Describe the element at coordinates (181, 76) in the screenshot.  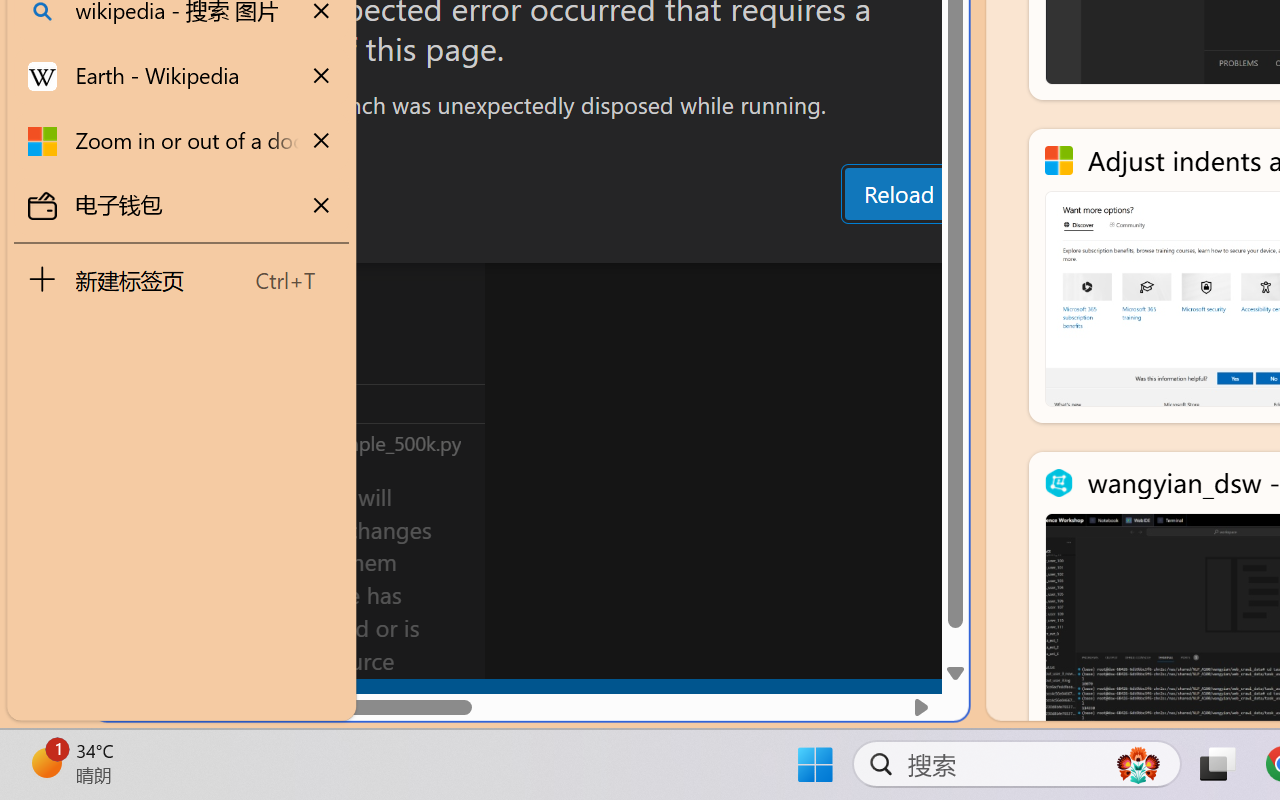
I see `'Earth - Wikipedia'` at that location.